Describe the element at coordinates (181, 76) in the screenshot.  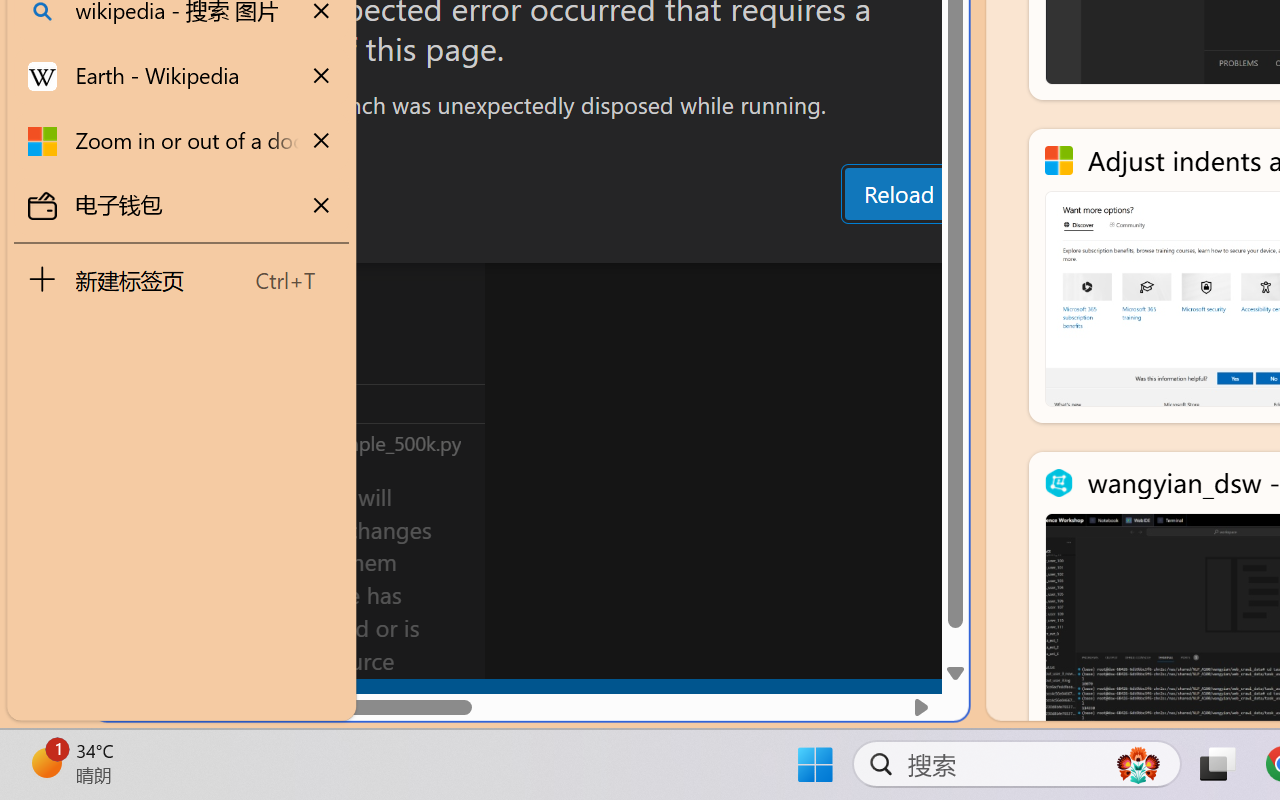
I see `'Earth - Wikipedia'` at that location.